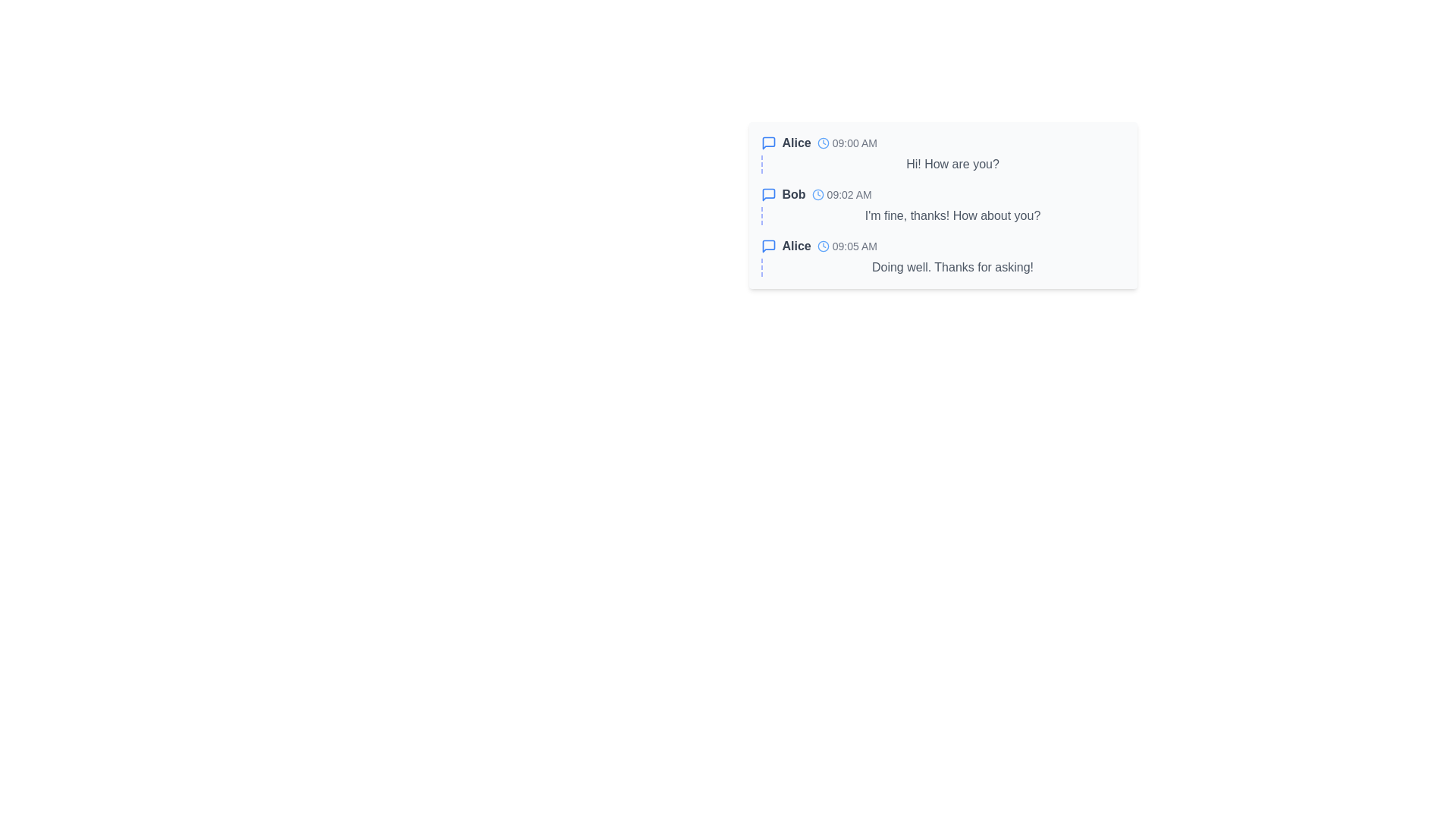  What do you see at coordinates (846, 143) in the screenshot?
I see `the time display label '09:00 AM' with a blue clock icon, located to the right of the label 'Alice' in the first message row of the chat interface` at bounding box center [846, 143].